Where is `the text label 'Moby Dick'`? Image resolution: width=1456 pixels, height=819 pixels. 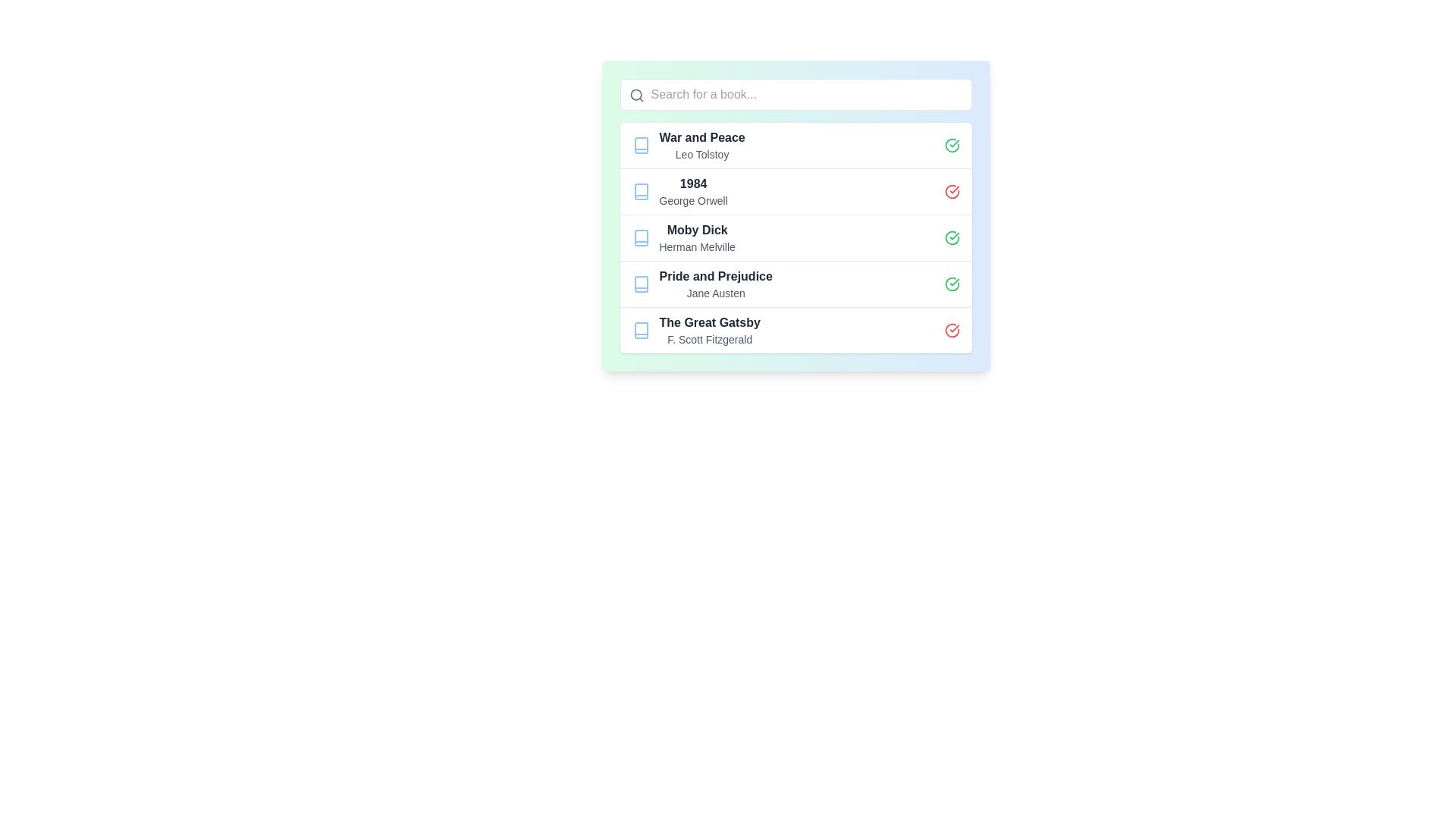
the text label 'Moby Dick' is located at coordinates (696, 231).